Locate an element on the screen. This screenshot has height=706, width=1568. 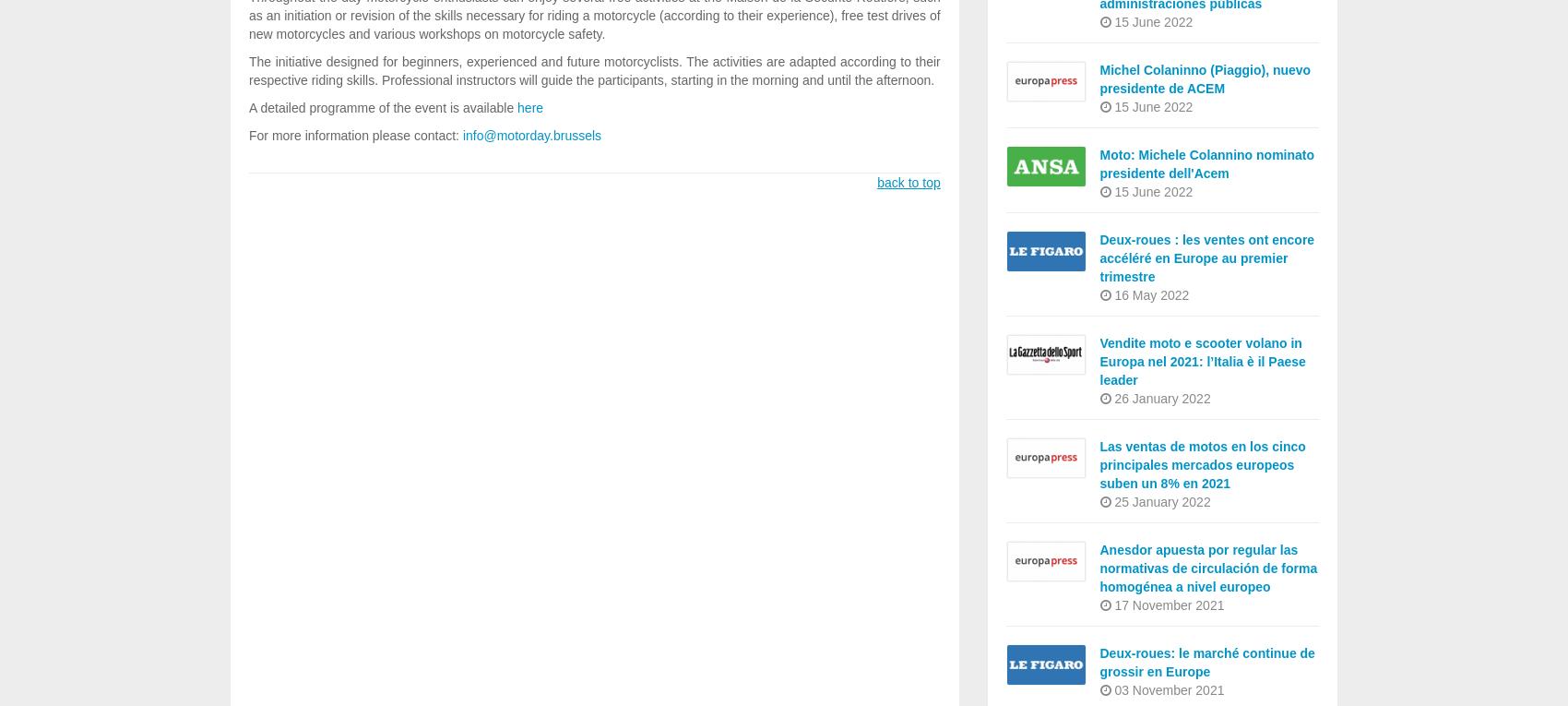
'Michel Colaninno (Piaggio), nuevo presidente de ACEM' is located at coordinates (1099, 78).